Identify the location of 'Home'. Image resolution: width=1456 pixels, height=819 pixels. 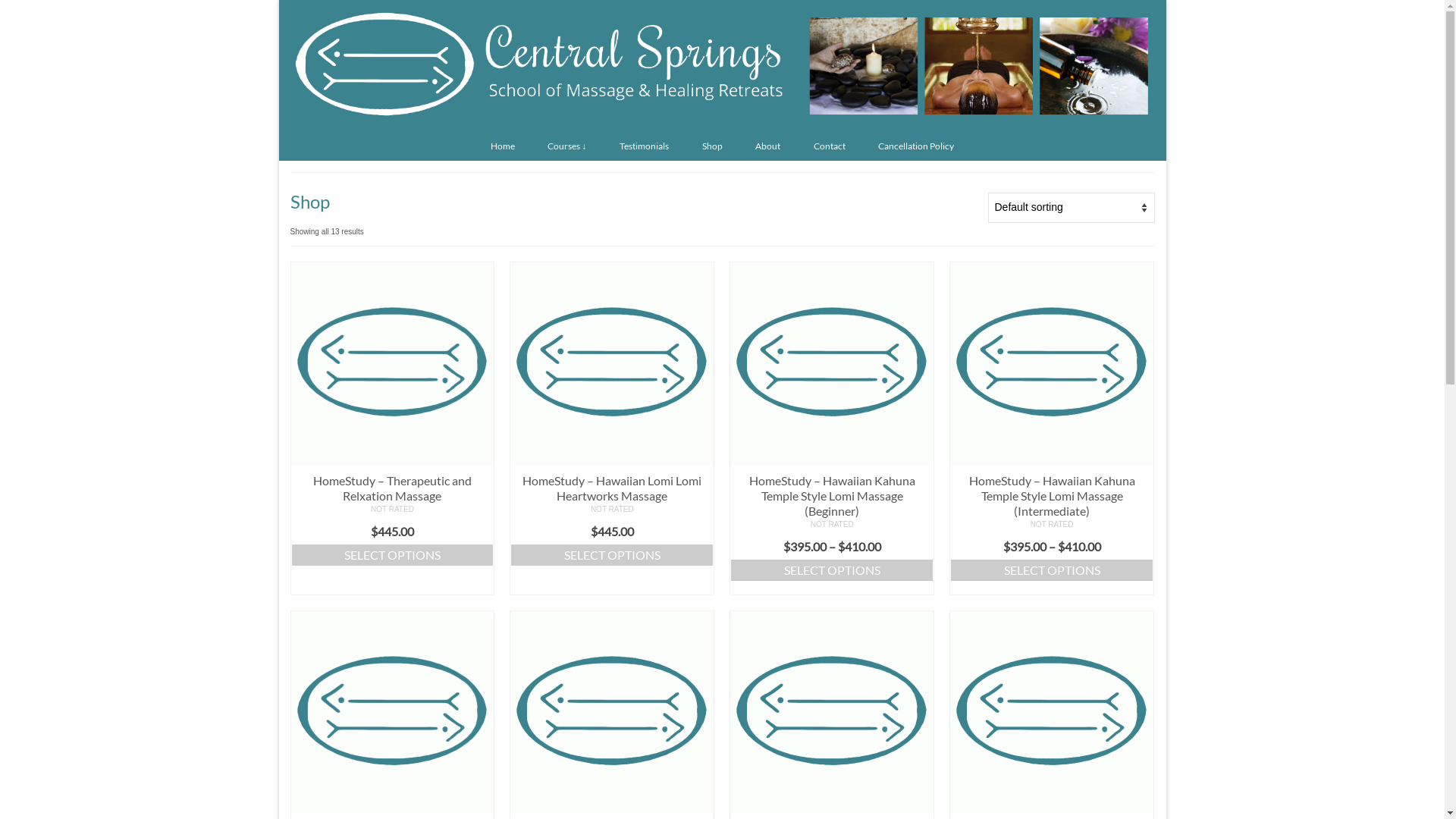
(502, 146).